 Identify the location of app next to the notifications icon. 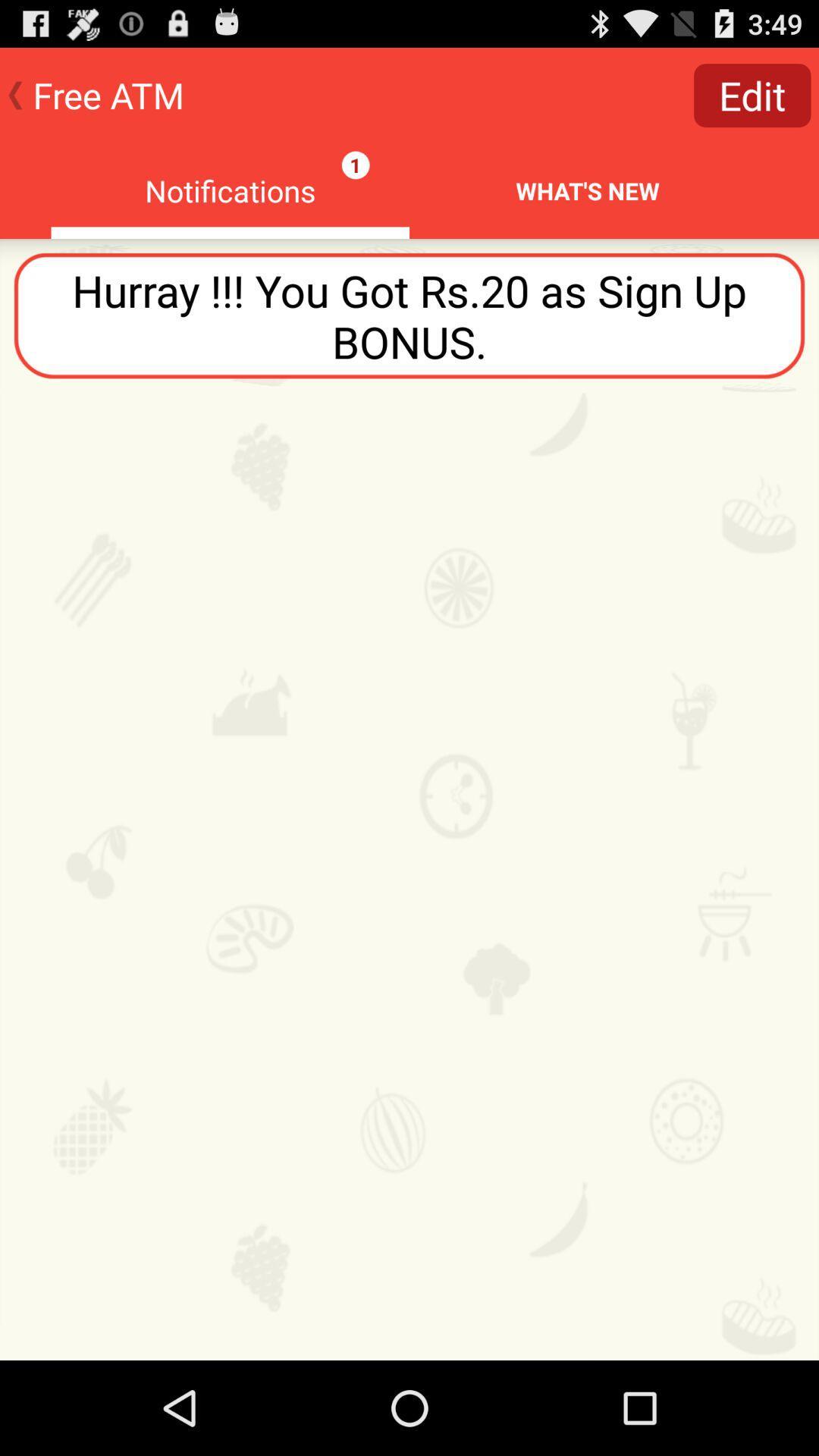
(752, 94).